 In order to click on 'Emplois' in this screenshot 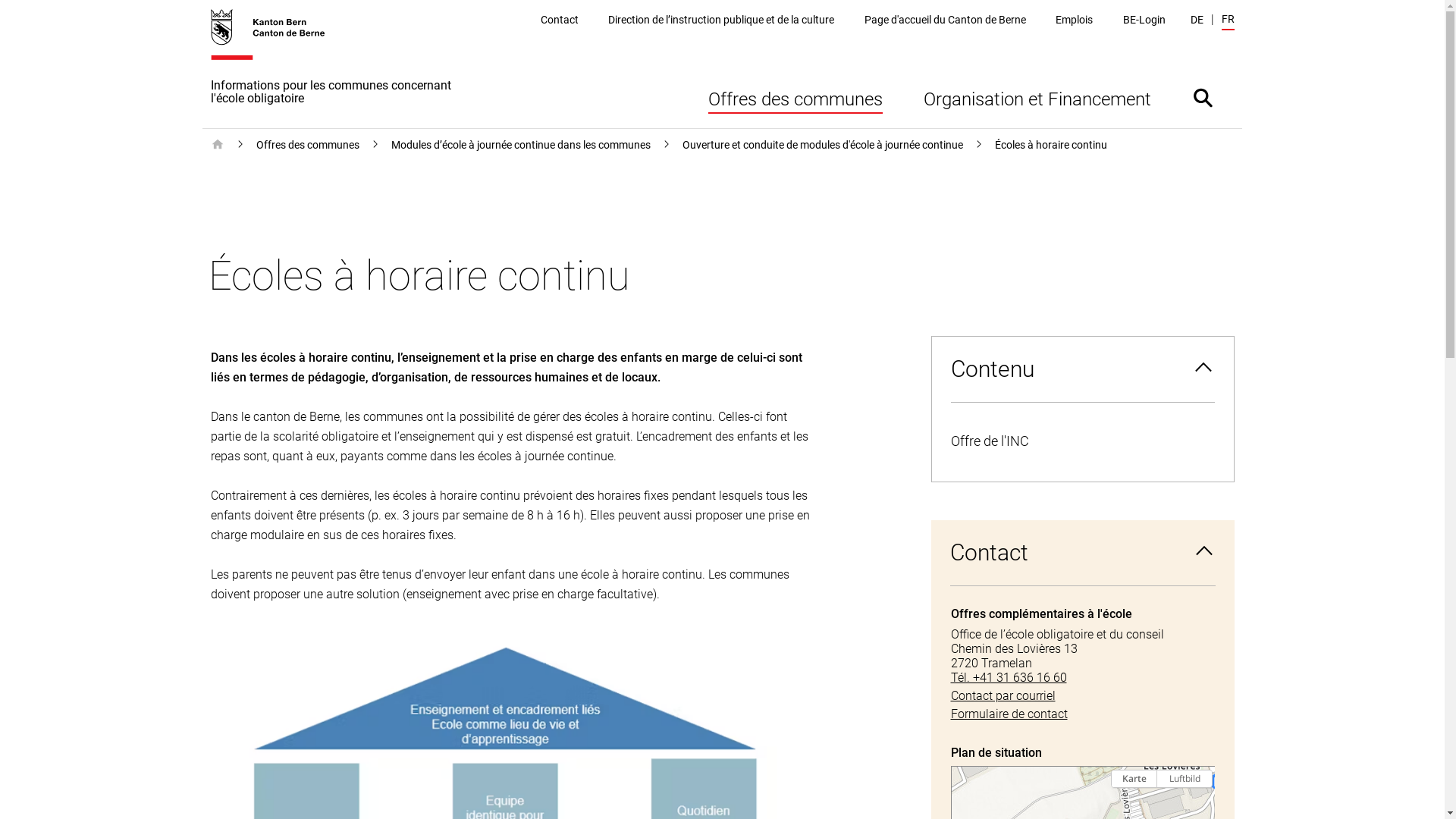, I will do `click(1073, 20)`.